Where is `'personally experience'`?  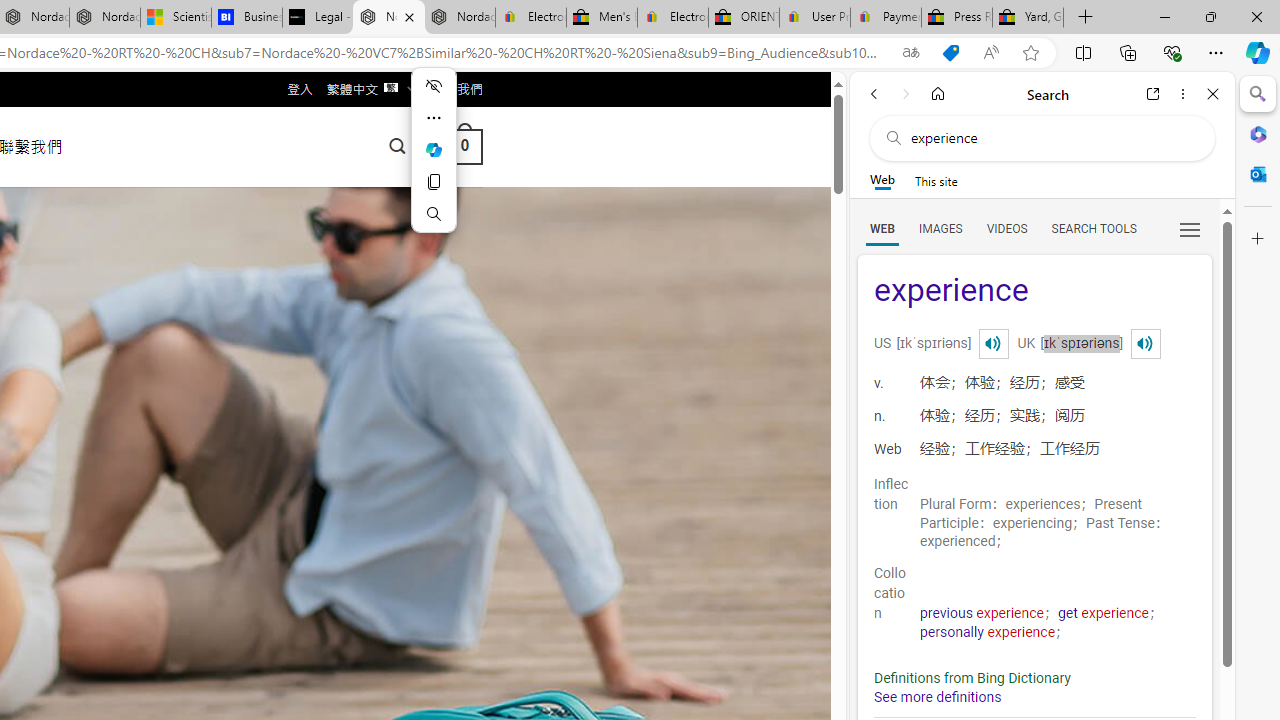 'personally experience' is located at coordinates (988, 632).